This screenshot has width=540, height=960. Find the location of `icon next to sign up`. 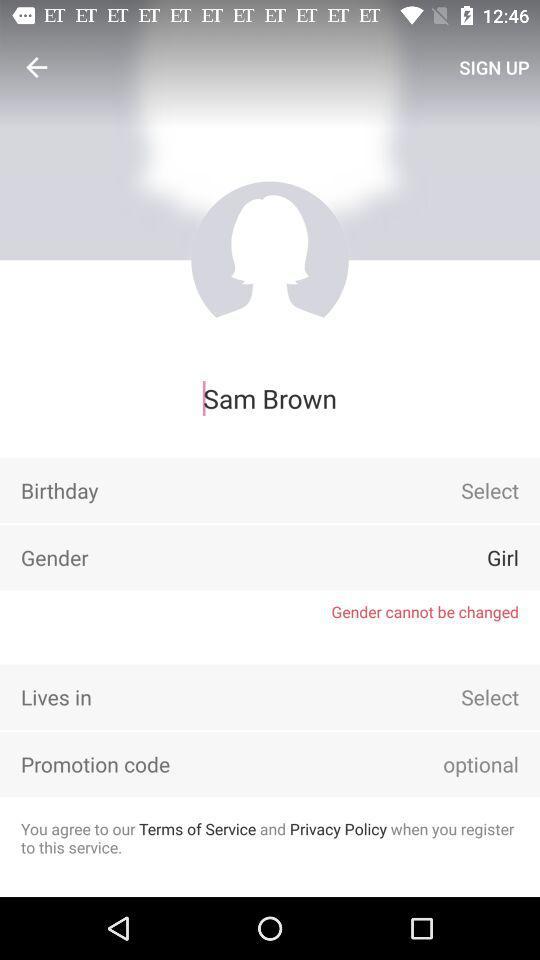

icon next to sign up is located at coordinates (36, 67).